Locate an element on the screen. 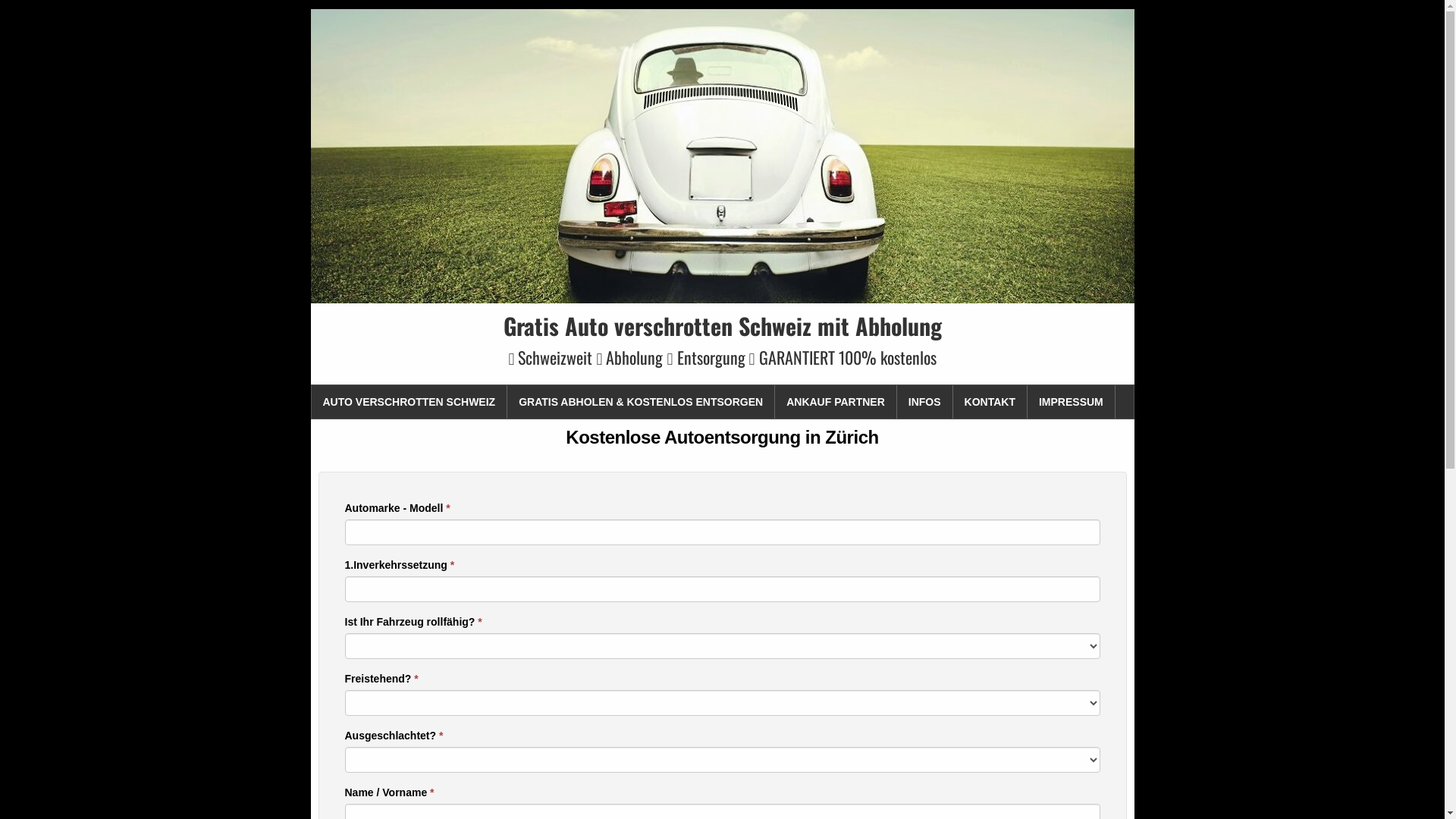 The image size is (1456, 819). 'ANKAUF PARTNER' is located at coordinates (835, 400).